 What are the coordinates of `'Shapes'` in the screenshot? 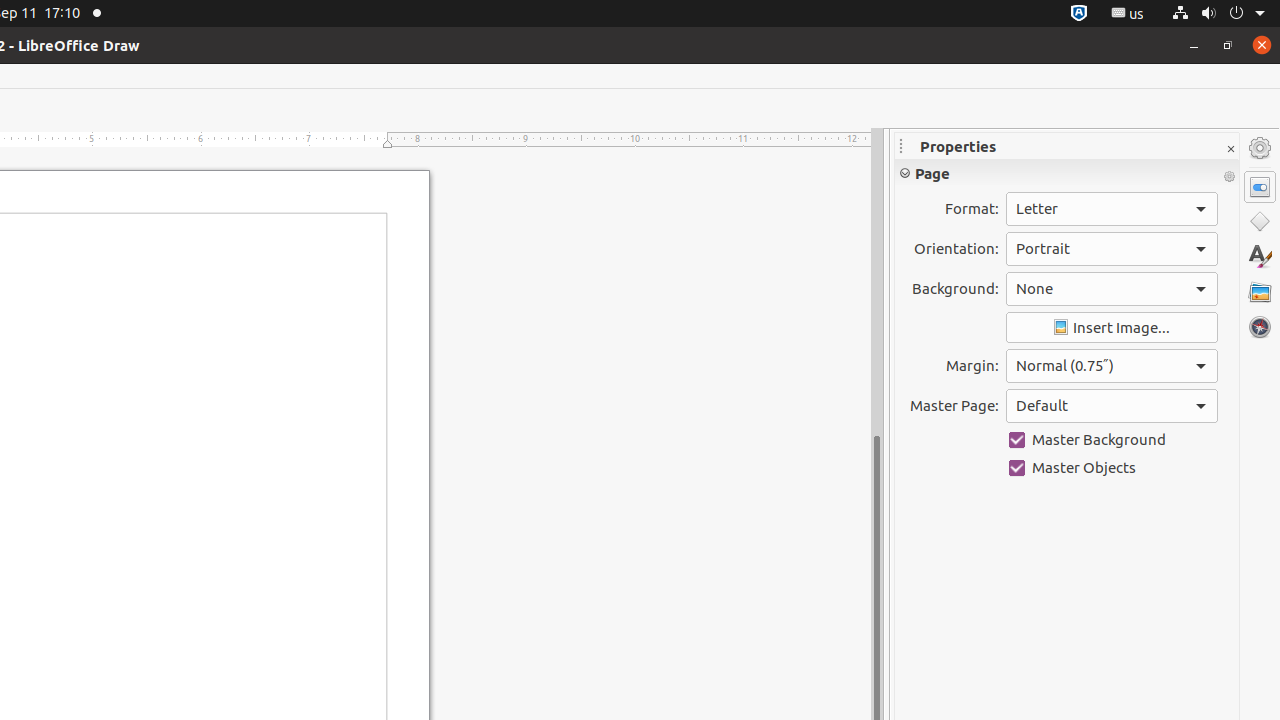 It's located at (1259, 221).